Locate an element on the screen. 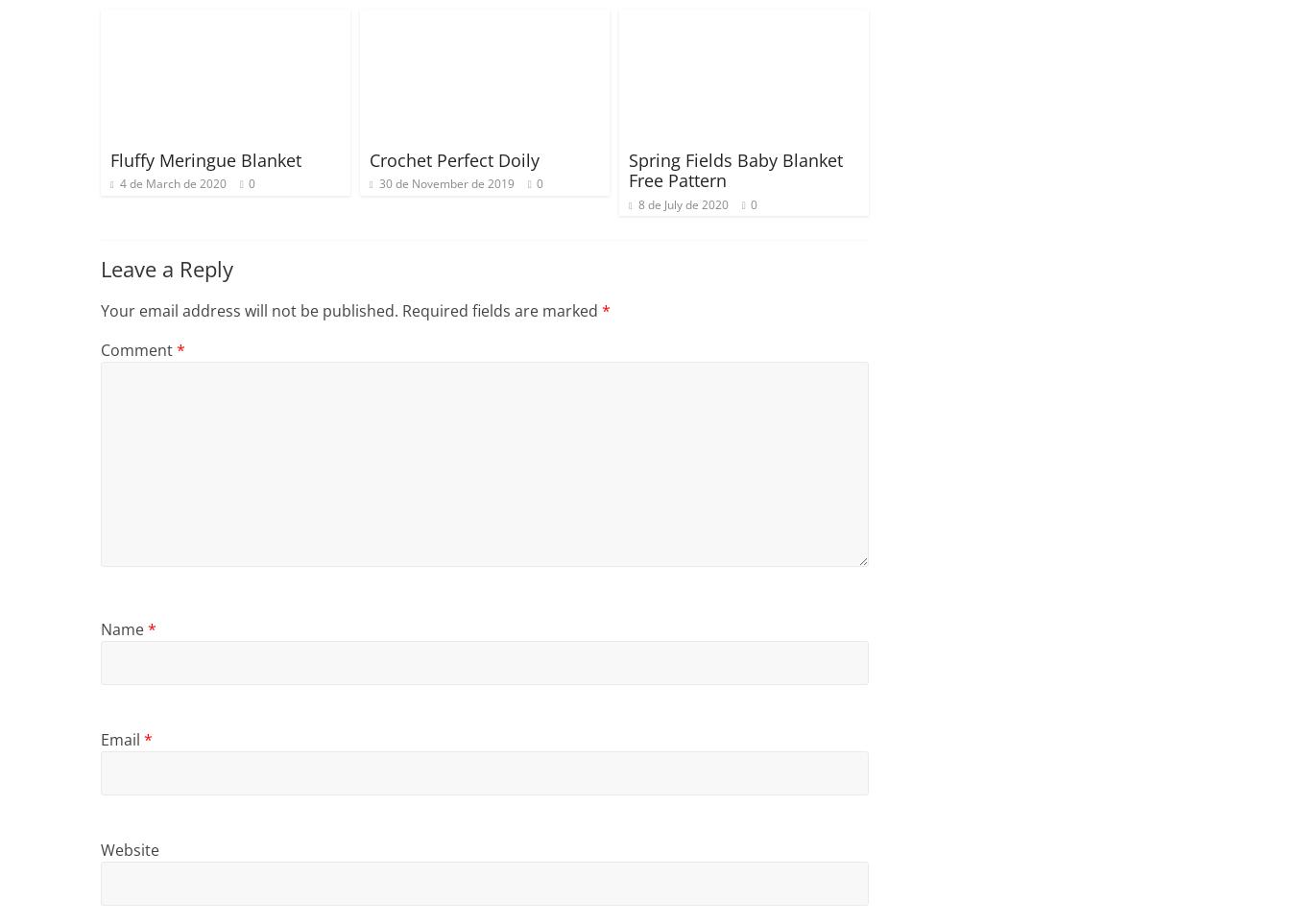 The width and height of the screenshot is (1296, 924). 'Comment' is located at coordinates (138, 348).